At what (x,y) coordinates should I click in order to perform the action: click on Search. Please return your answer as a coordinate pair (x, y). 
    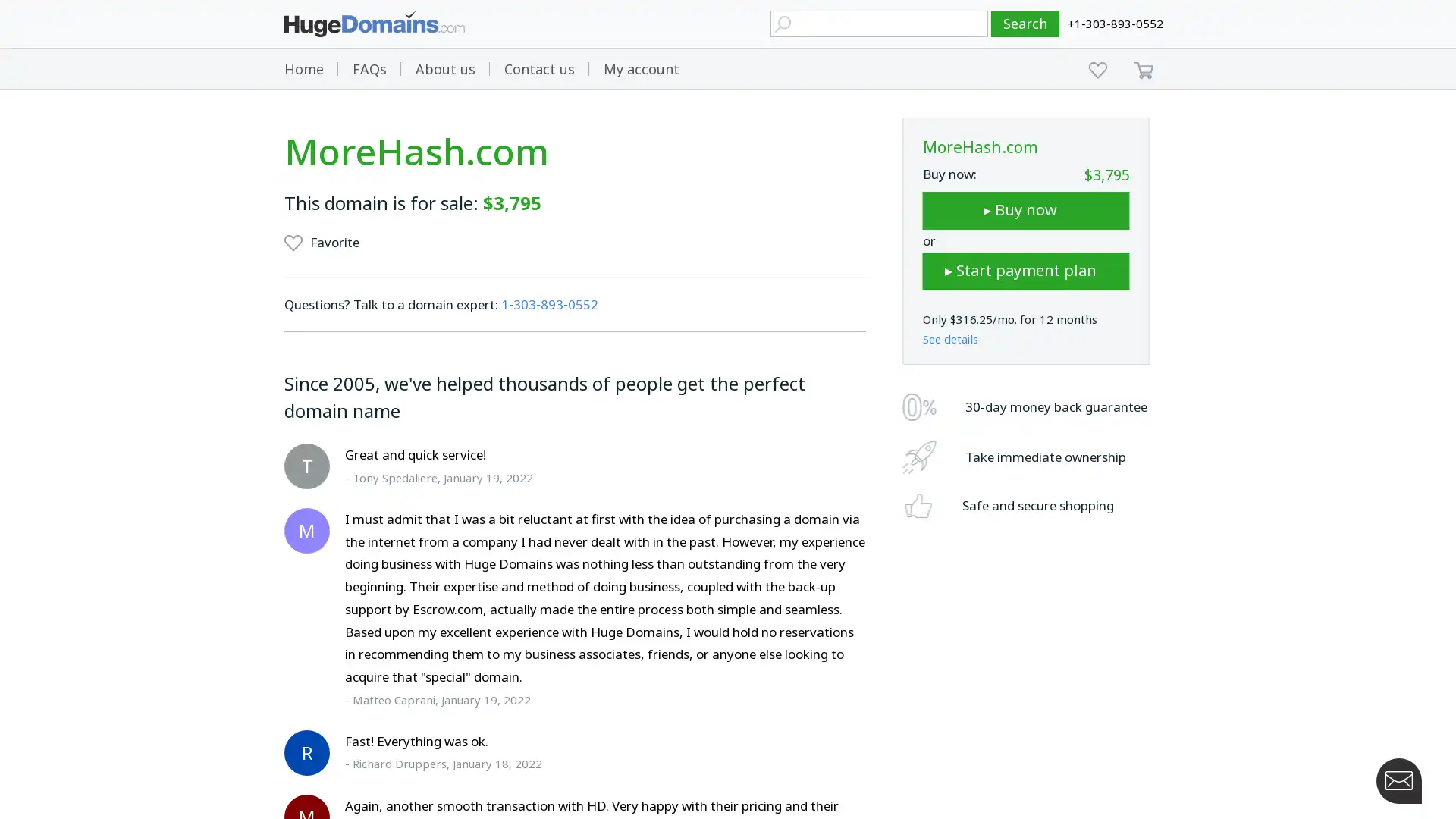
    Looking at the image, I should click on (1025, 24).